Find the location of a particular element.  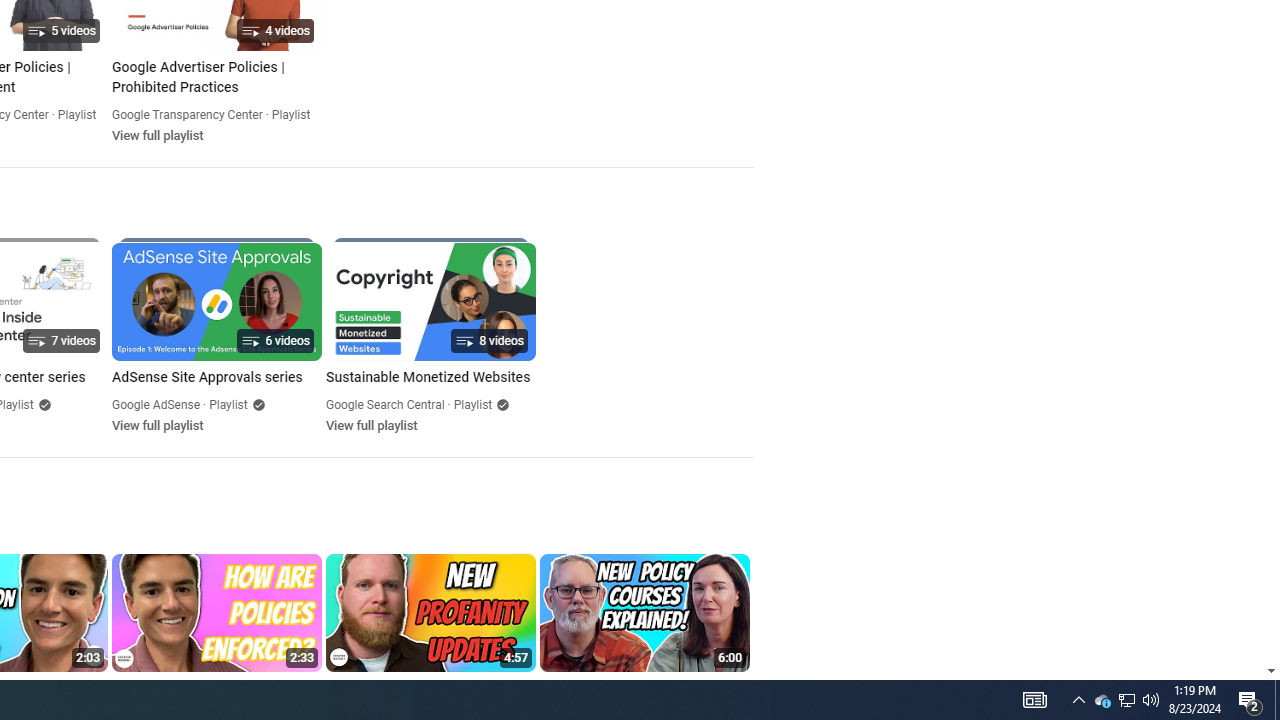

'Google Transparency Center' is located at coordinates (187, 114).